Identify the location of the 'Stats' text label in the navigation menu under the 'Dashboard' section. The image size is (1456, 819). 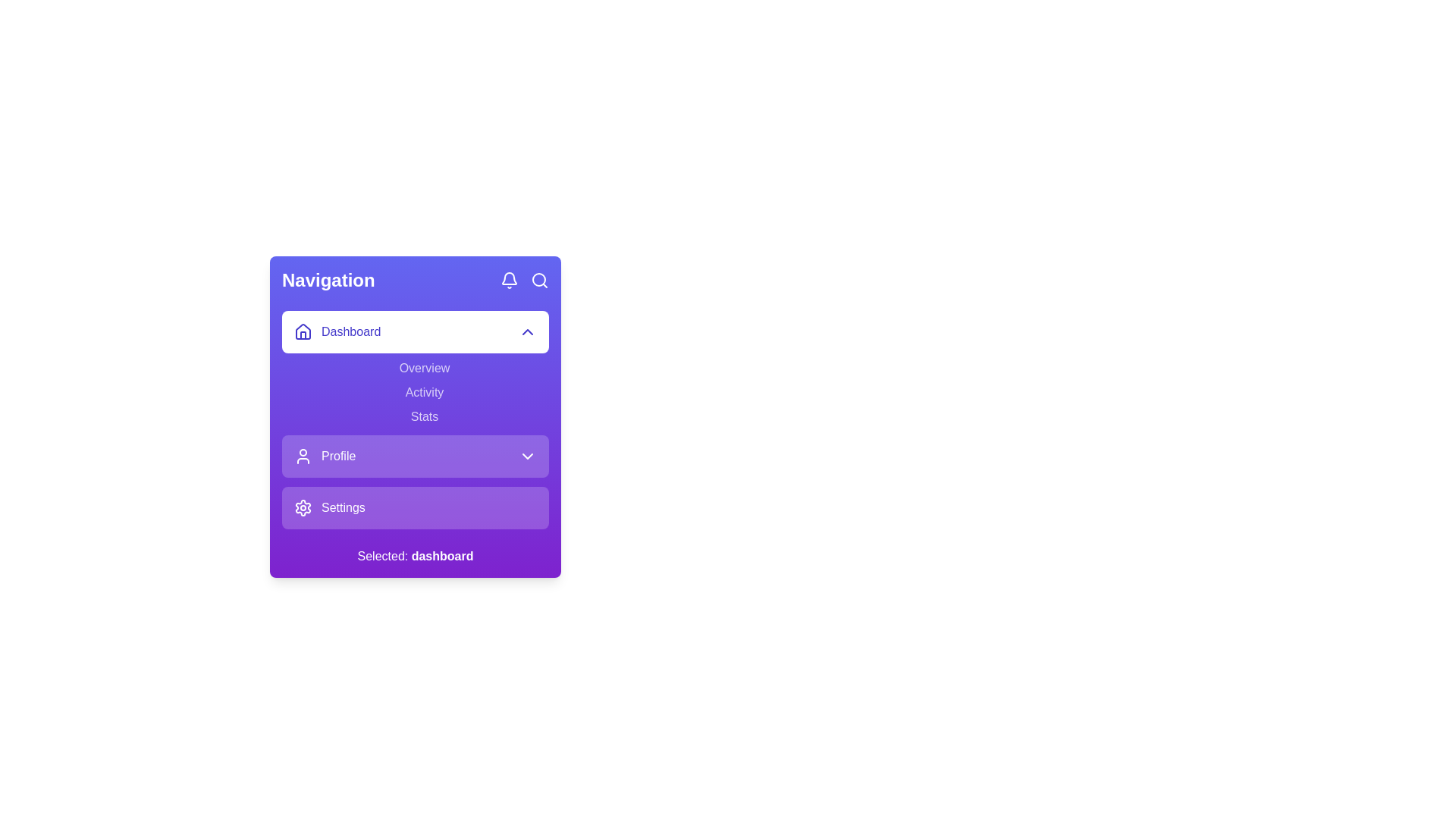
(425, 417).